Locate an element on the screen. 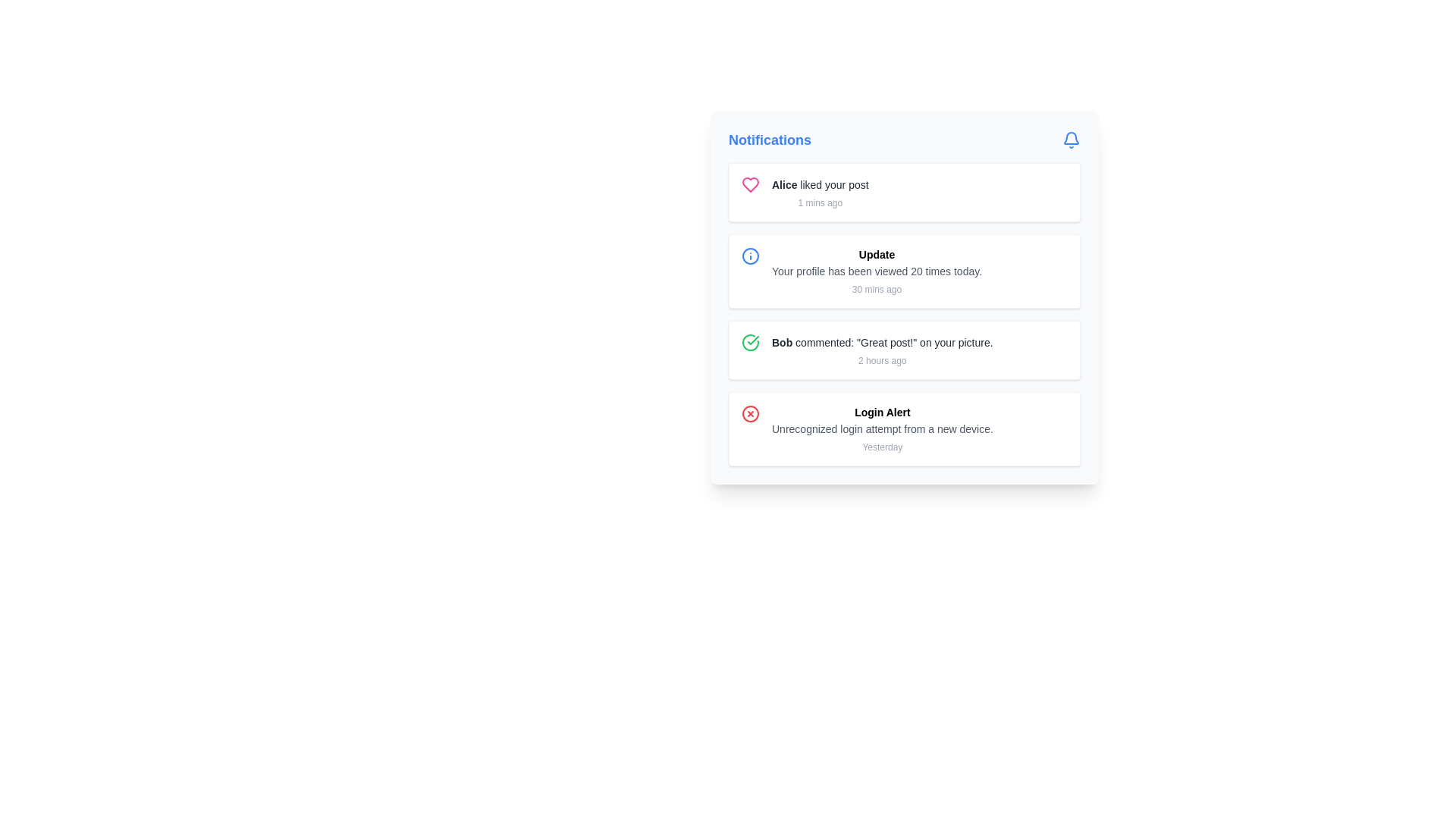 This screenshot has width=1456, height=819. the Notification card that indicates 'Alice' liked the user's post, positioned at the top of the notification list is located at coordinates (905, 192).